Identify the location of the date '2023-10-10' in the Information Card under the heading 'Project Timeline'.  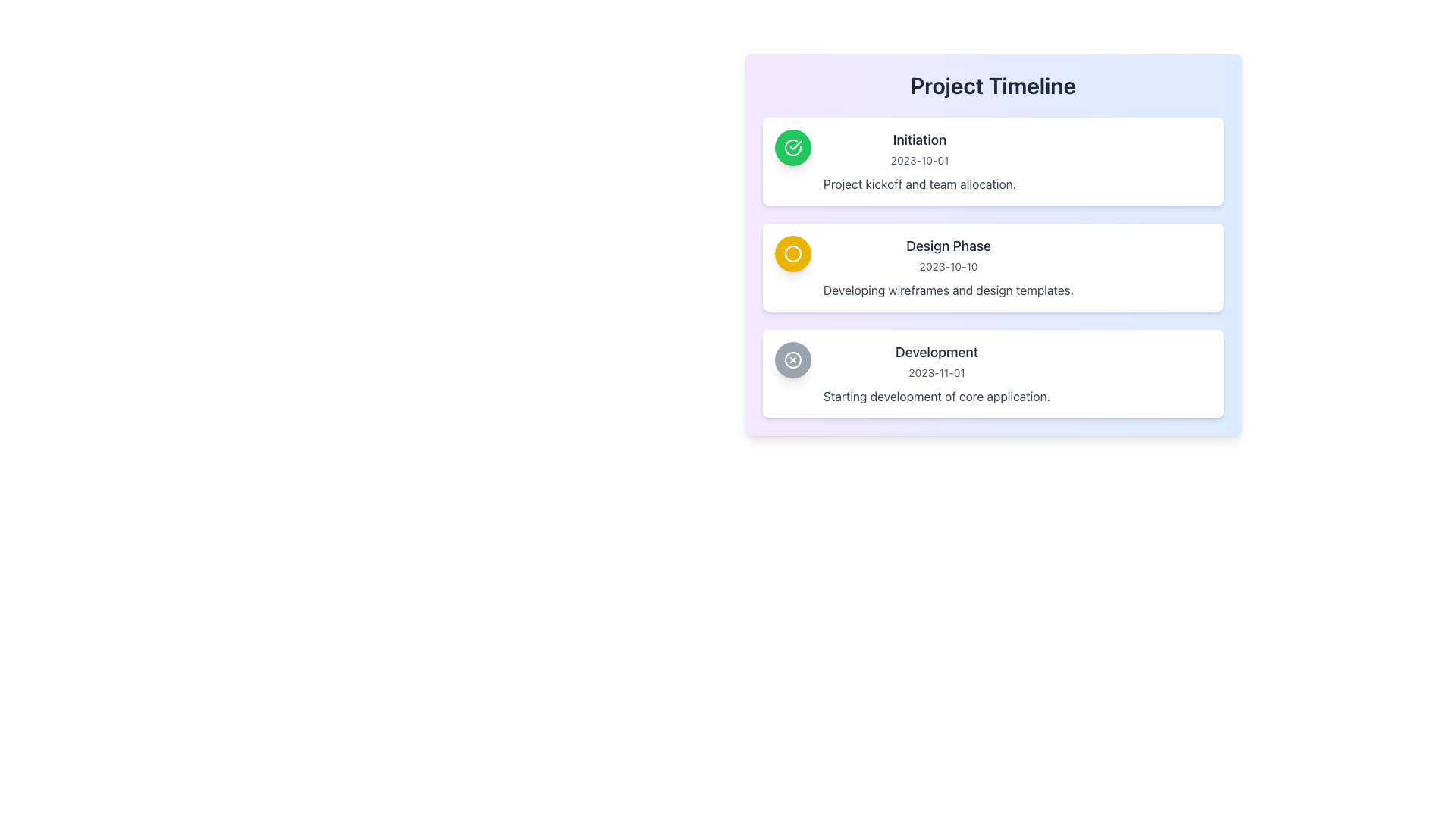
(948, 267).